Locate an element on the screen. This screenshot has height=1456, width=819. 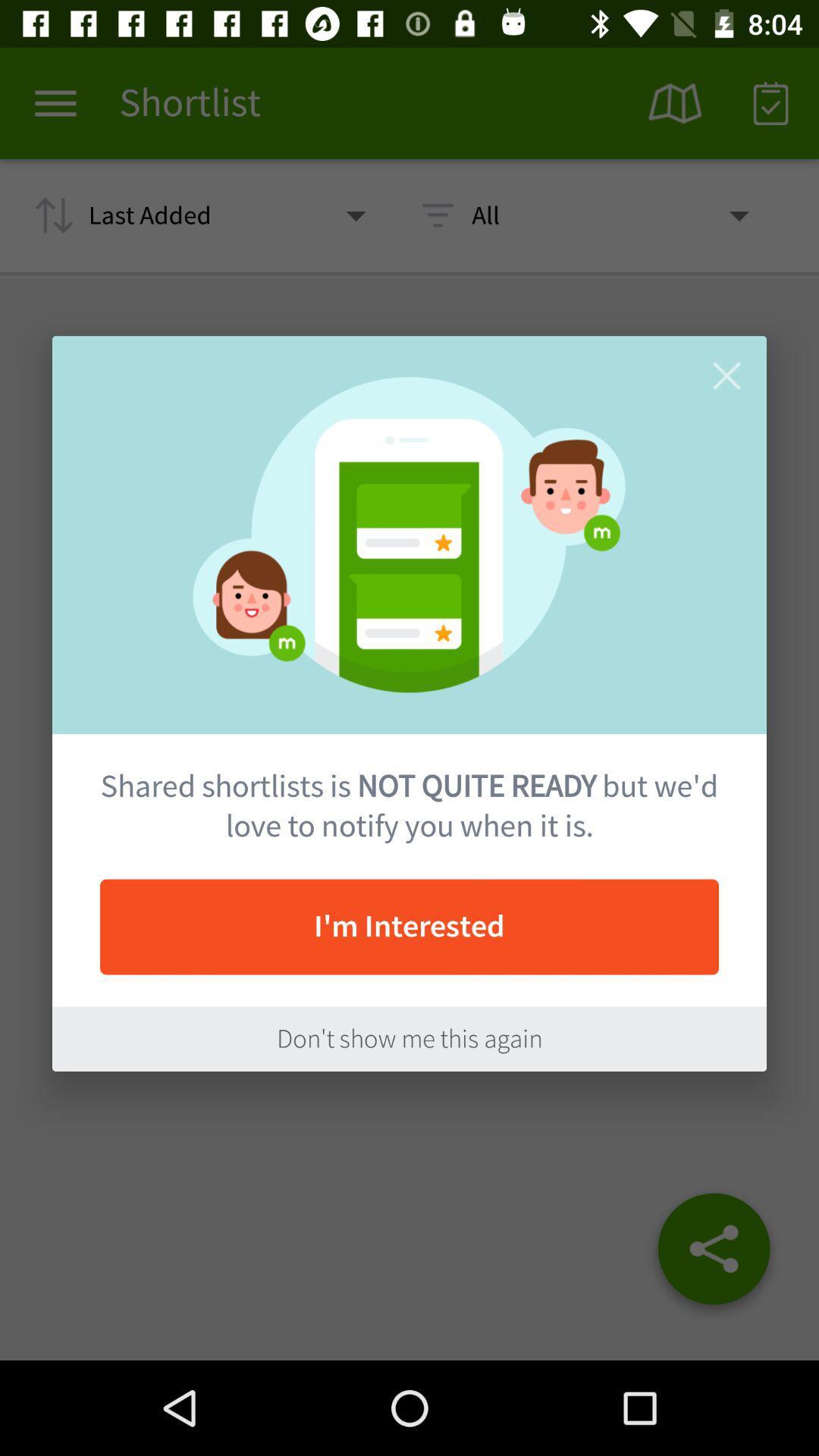
this page is located at coordinates (726, 375).